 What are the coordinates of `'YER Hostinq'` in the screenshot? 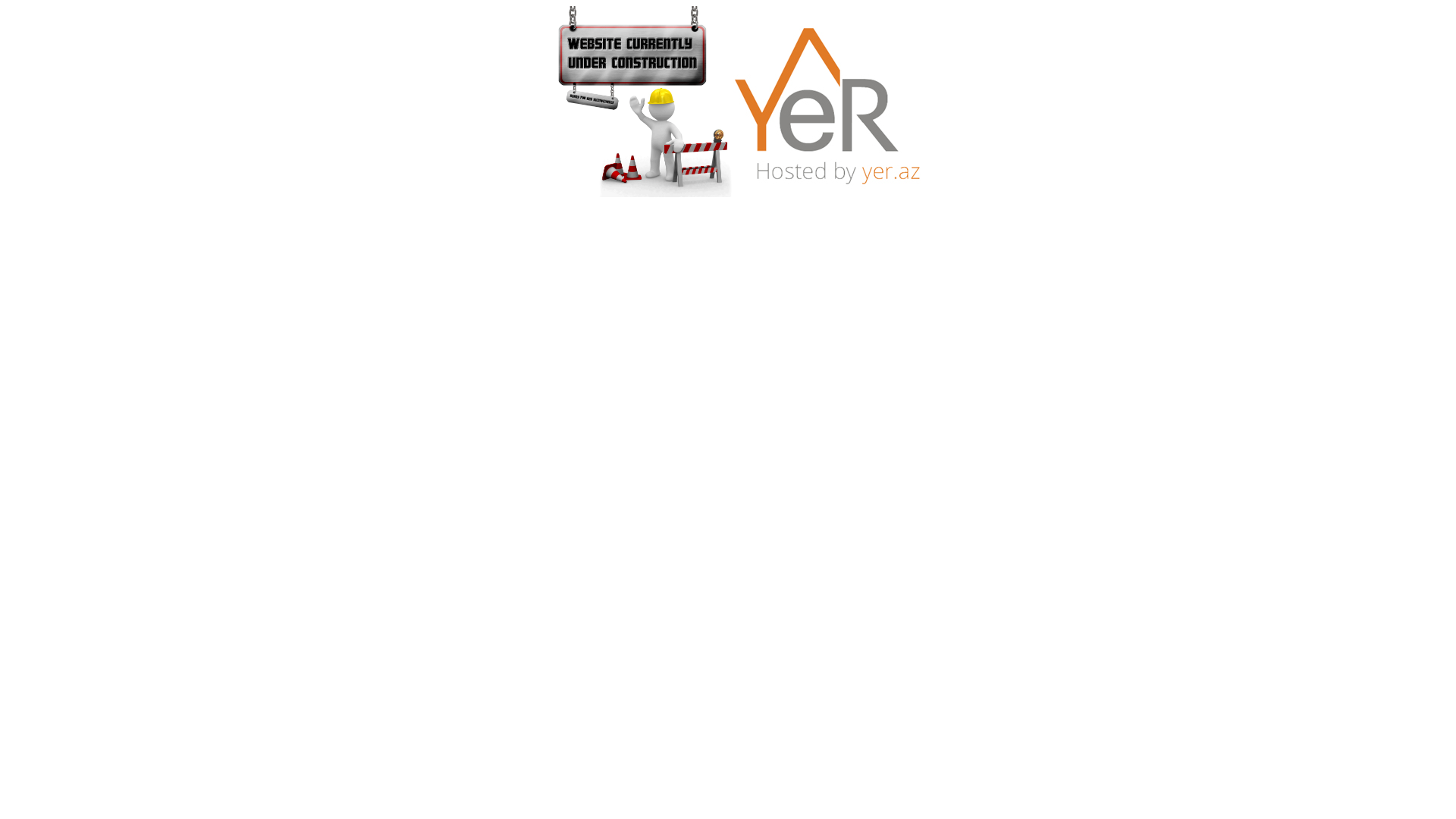 It's located at (826, 102).